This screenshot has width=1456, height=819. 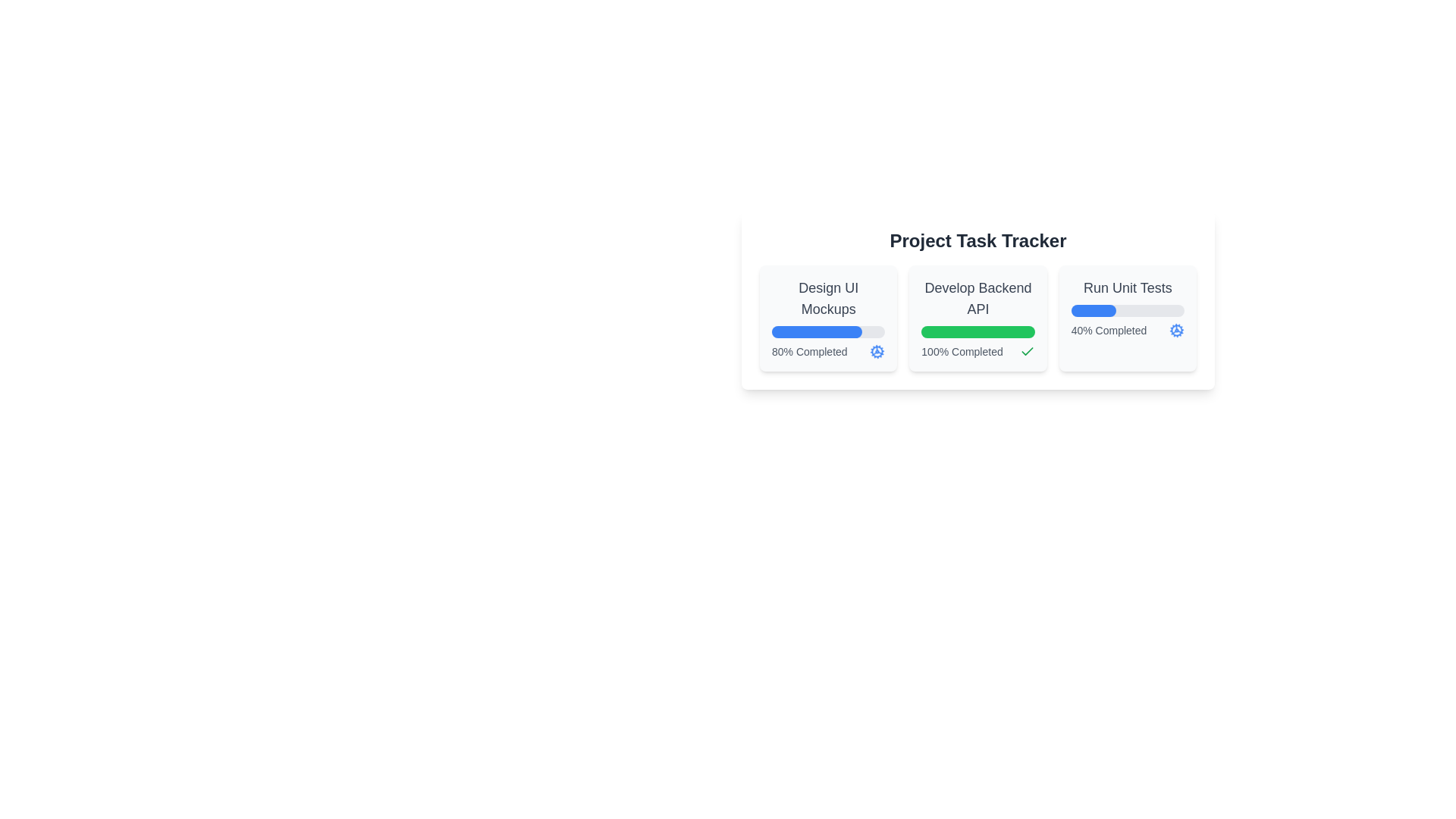 I want to click on the animated blue cog icon indicating processing or settings status, located within the first task card labeled 'Design UI Mockups', at the bottom-middle section of the card, directly to the right of the textual progress bar, so click(x=877, y=351).